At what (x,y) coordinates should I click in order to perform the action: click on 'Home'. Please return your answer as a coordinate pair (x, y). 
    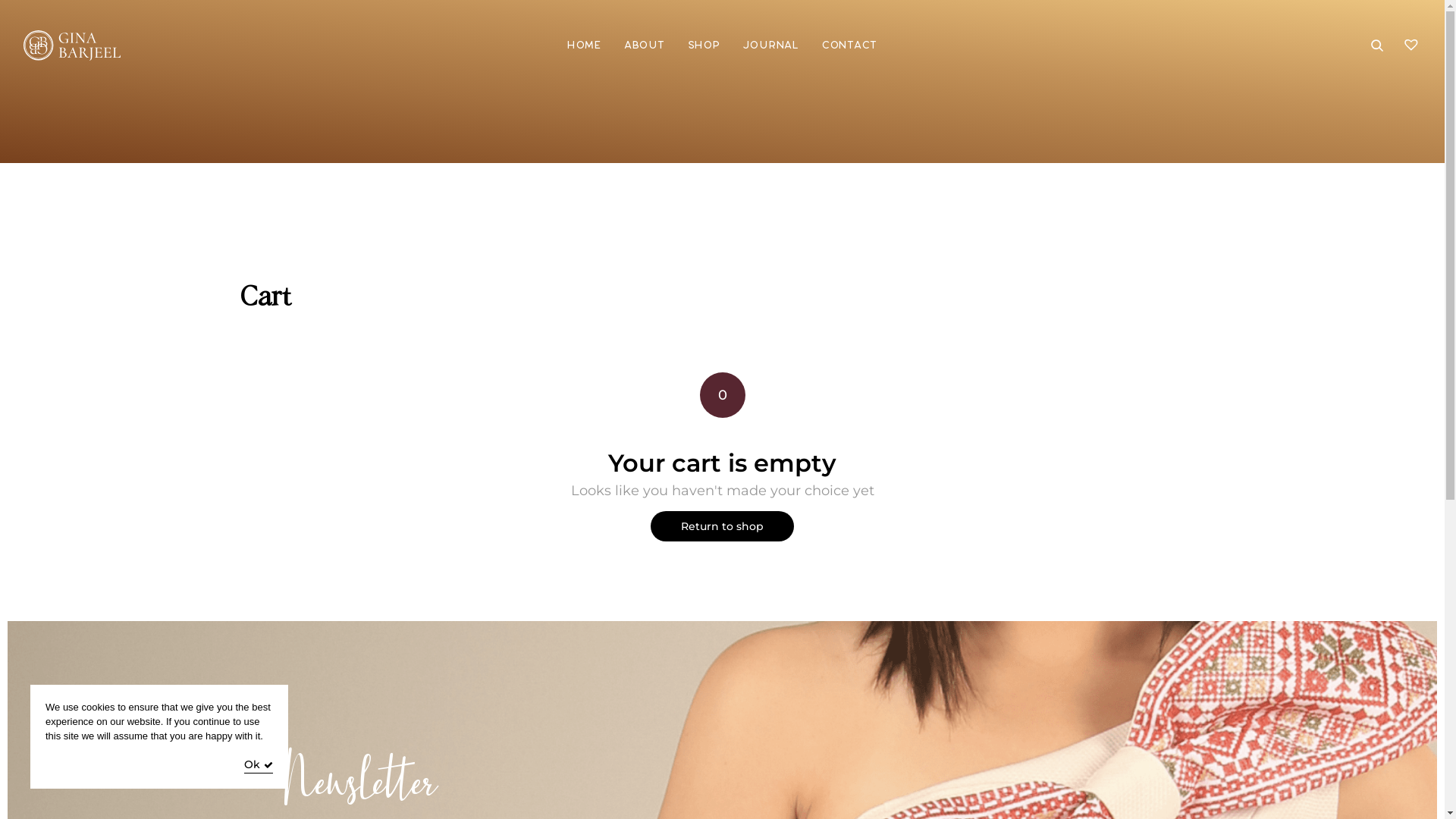
    Looking at the image, I should click on (566, 45).